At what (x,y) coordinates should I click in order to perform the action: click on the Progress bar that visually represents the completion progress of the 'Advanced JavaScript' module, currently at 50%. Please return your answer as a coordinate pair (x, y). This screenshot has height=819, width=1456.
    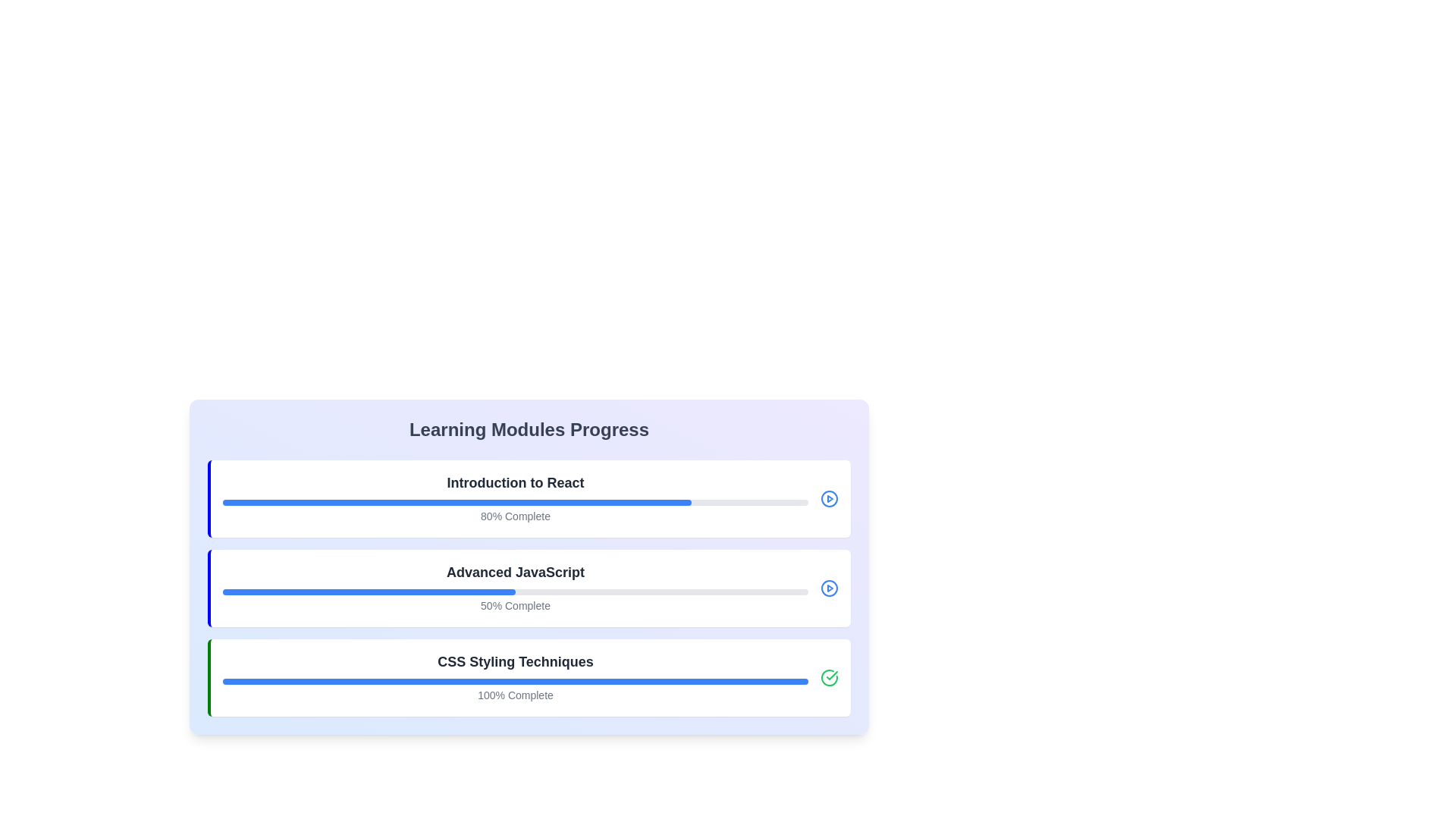
    Looking at the image, I should click on (516, 591).